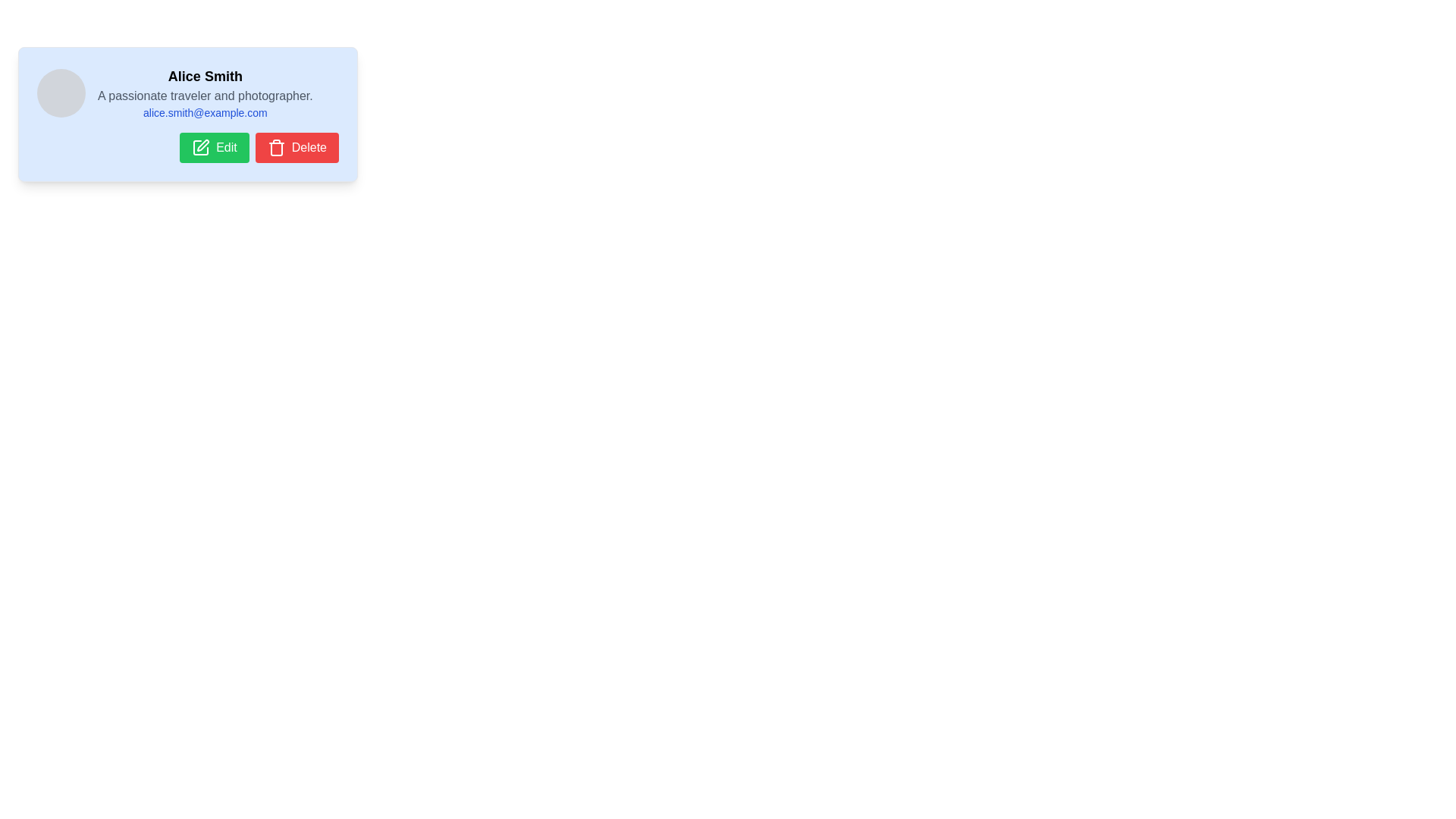 This screenshot has width=1456, height=819. Describe the element at coordinates (204, 96) in the screenshot. I see `the text label displaying 'A passionate traveler and photographer.' which is styled in a subtle gray color and is positioned between the bold name 'Alice Smith' and the email 'alice.smith@example.com.'` at that location.